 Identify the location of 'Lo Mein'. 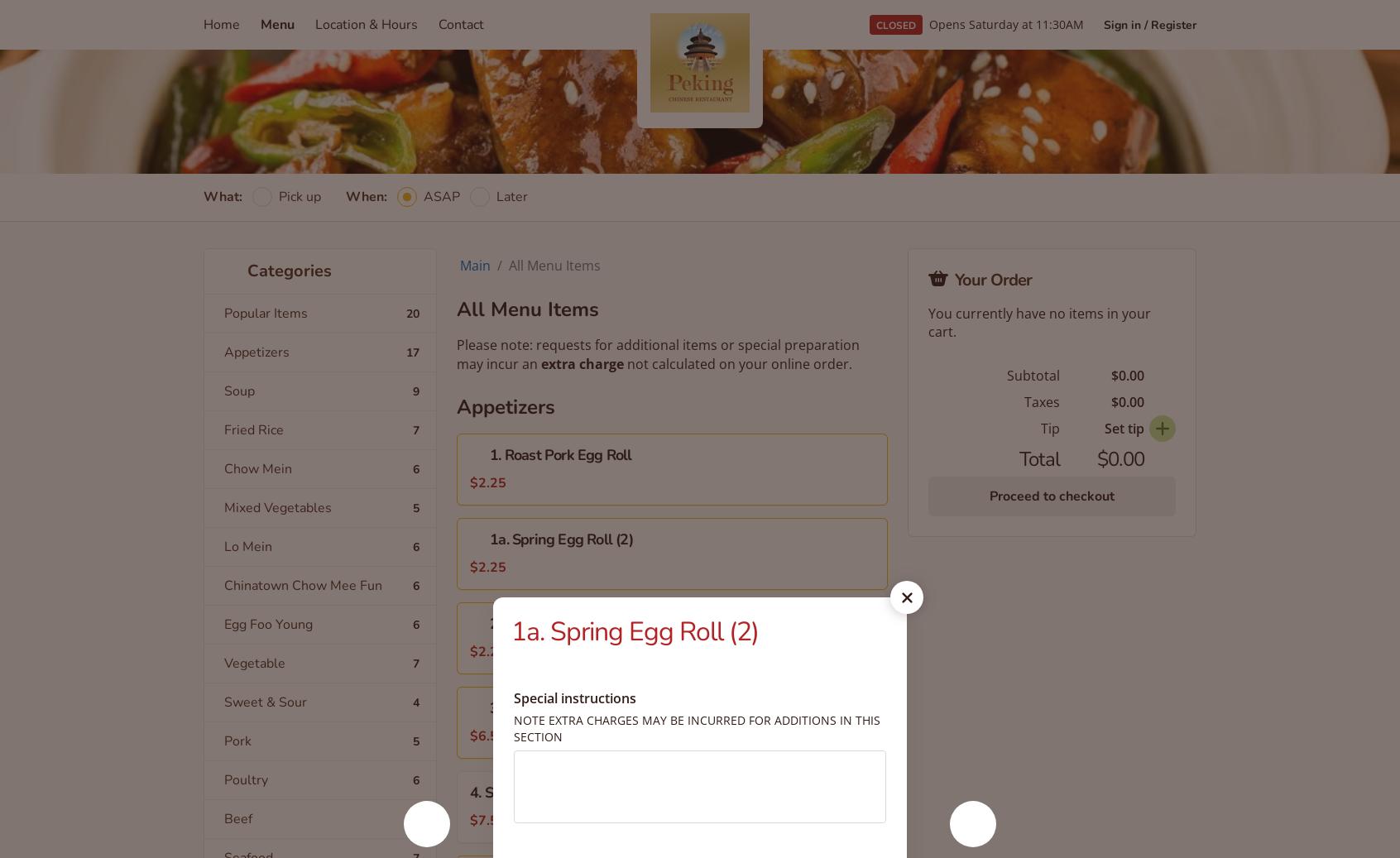
(247, 546).